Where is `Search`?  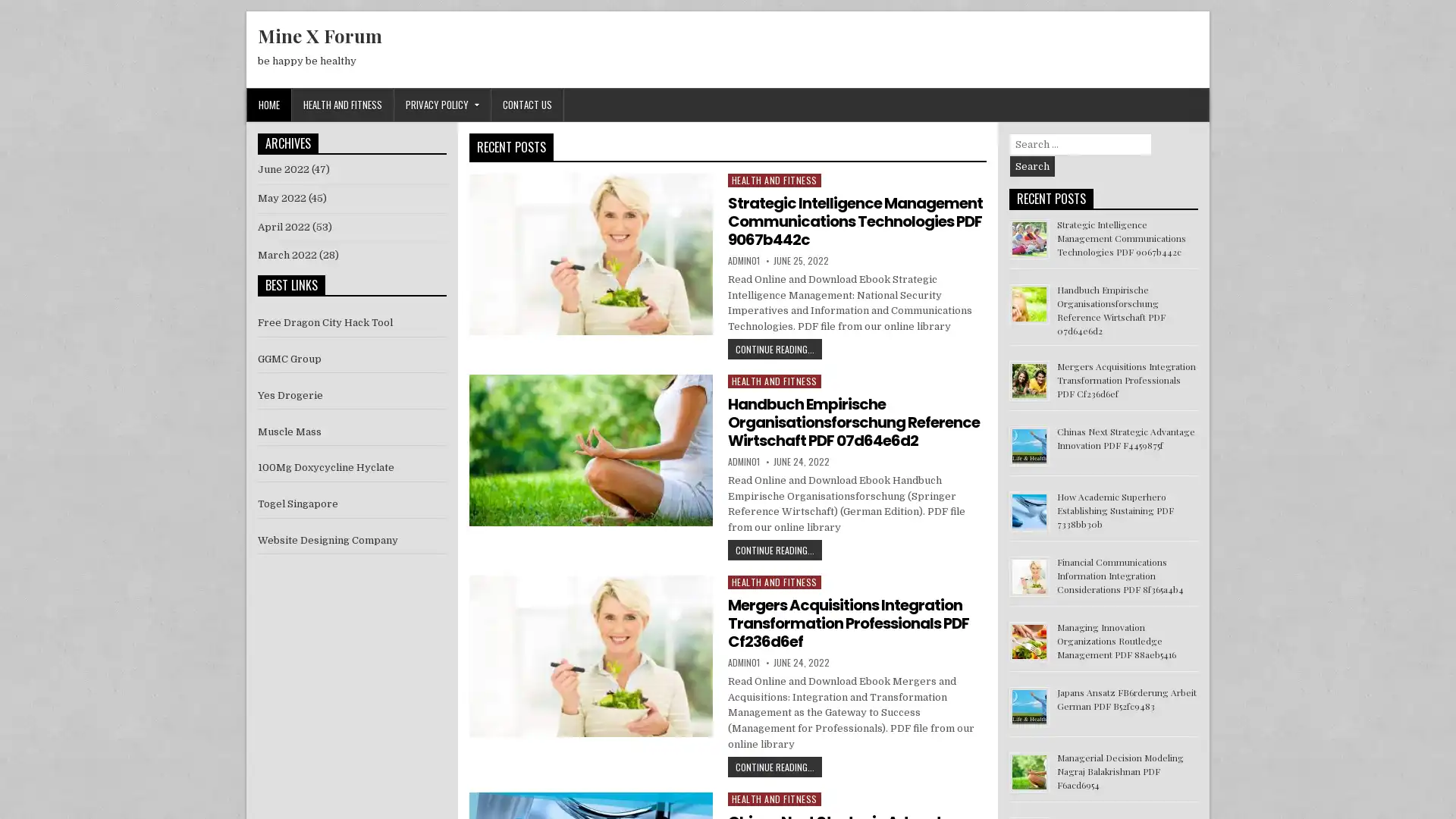
Search is located at coordinates (1031, 166).